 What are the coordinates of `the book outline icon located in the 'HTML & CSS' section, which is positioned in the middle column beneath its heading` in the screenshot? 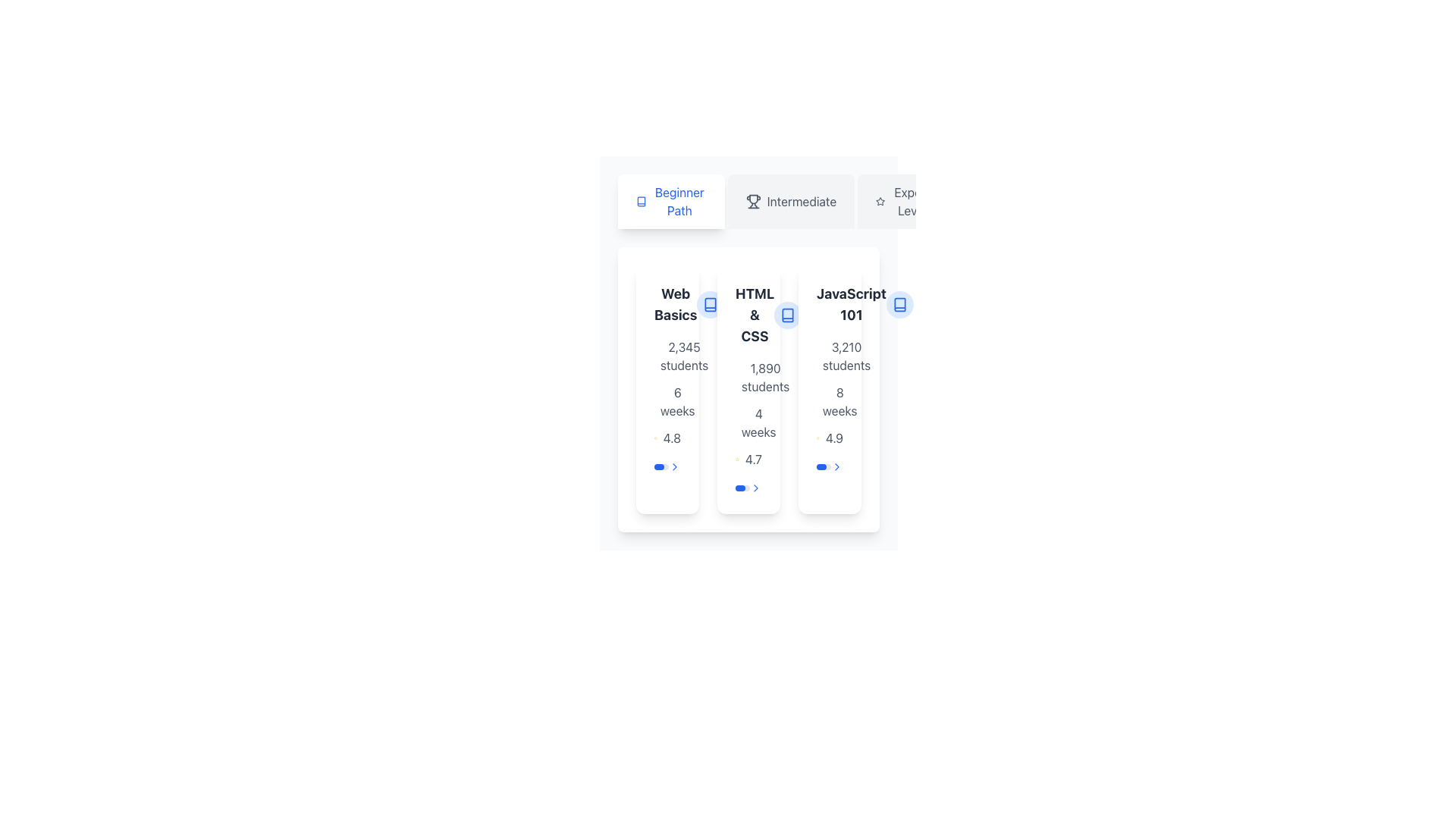 It's located at (788, 315).